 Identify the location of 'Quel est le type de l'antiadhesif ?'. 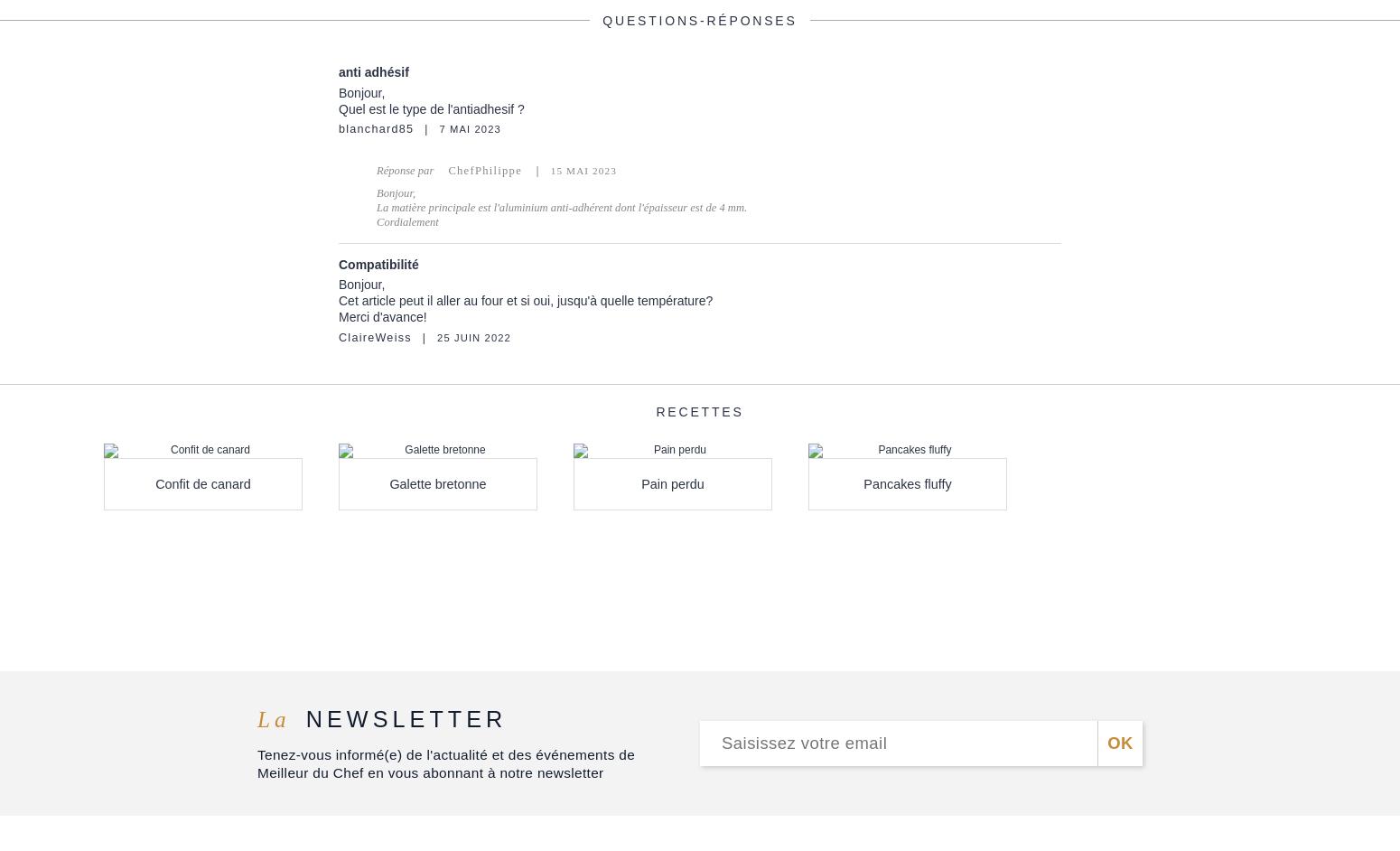
(430, 108).